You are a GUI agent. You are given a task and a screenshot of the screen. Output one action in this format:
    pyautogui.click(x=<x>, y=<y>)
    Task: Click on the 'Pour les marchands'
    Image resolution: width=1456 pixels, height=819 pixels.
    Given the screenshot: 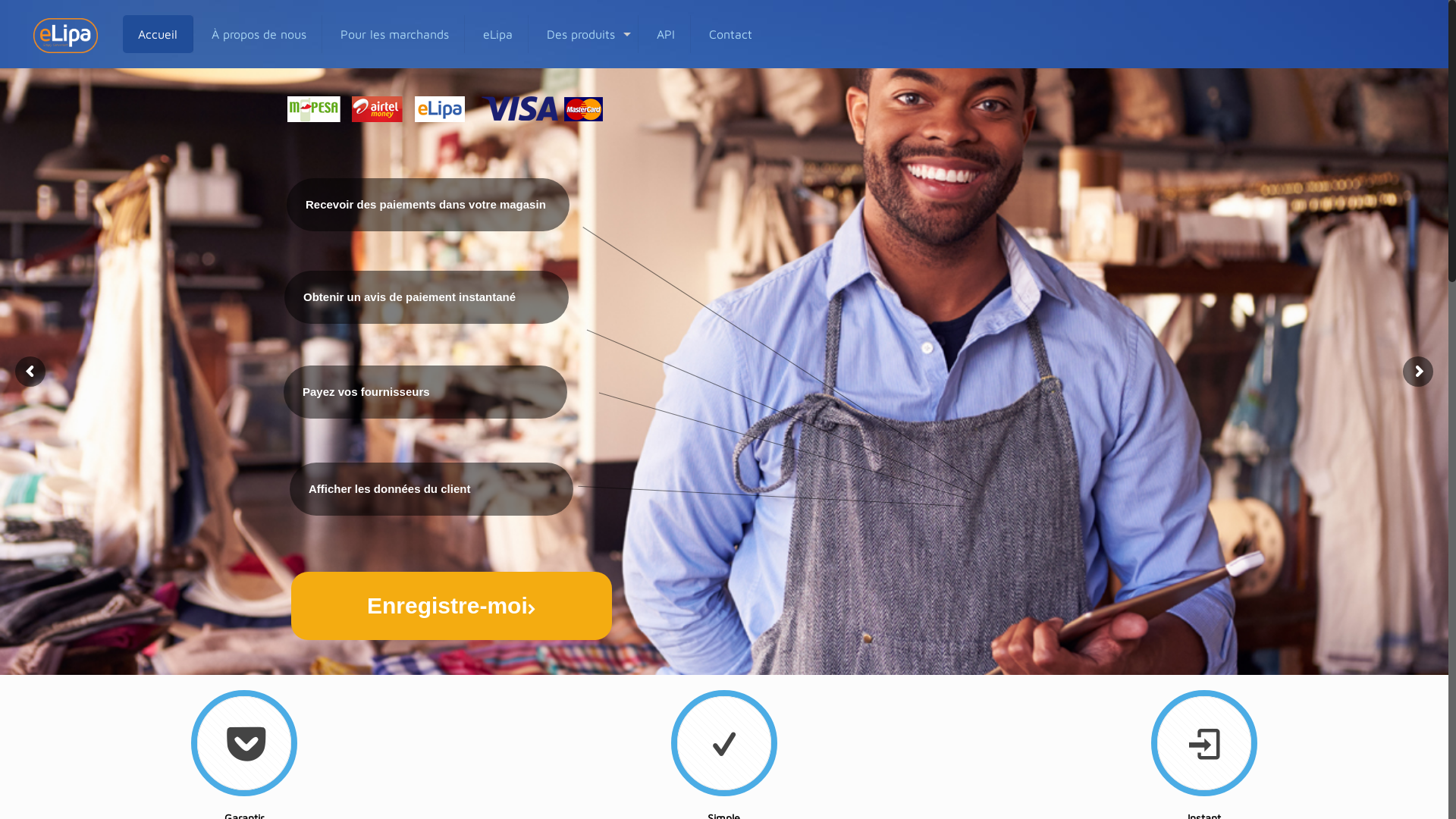 What is the action you would take?
    pyautogui.click(x=324, y=34)
    